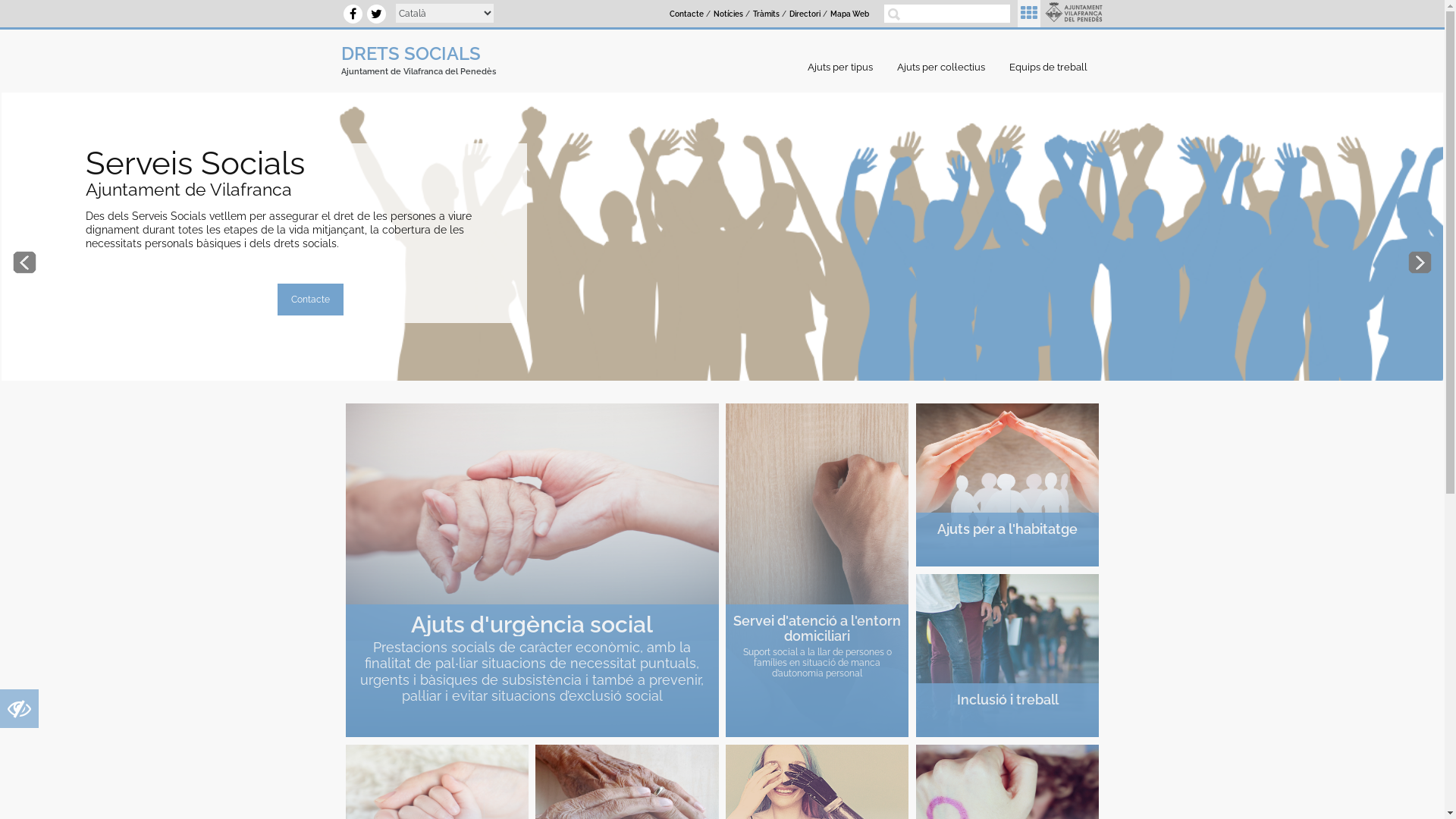 The height and width of the screenshot is (819, 1456). Describe the element at coordinates (19, 712) in the screenshot. I see `'Accessibilitat'` at that location.